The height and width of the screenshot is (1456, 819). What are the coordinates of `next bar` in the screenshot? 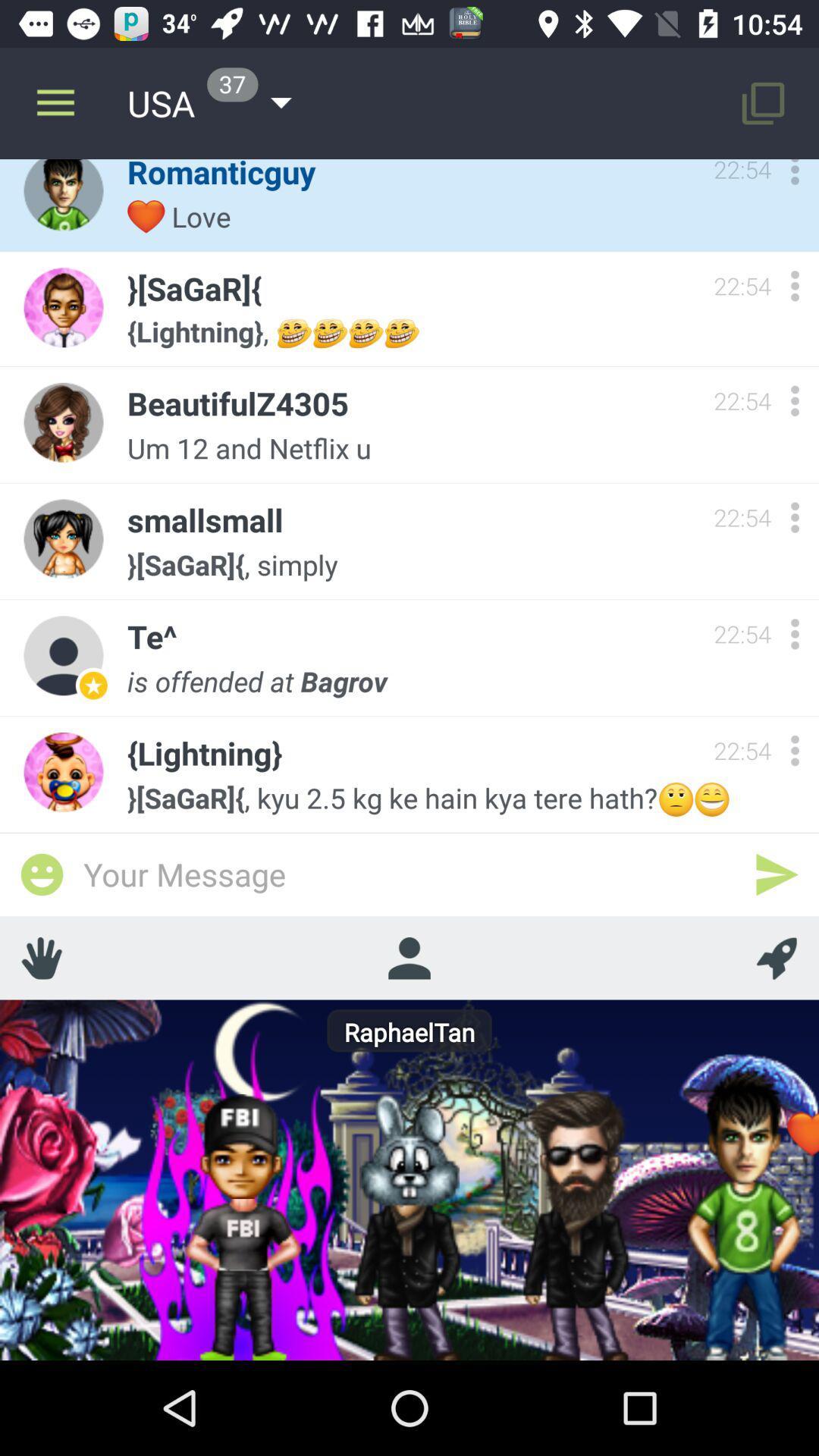 It's located at (777, 874).